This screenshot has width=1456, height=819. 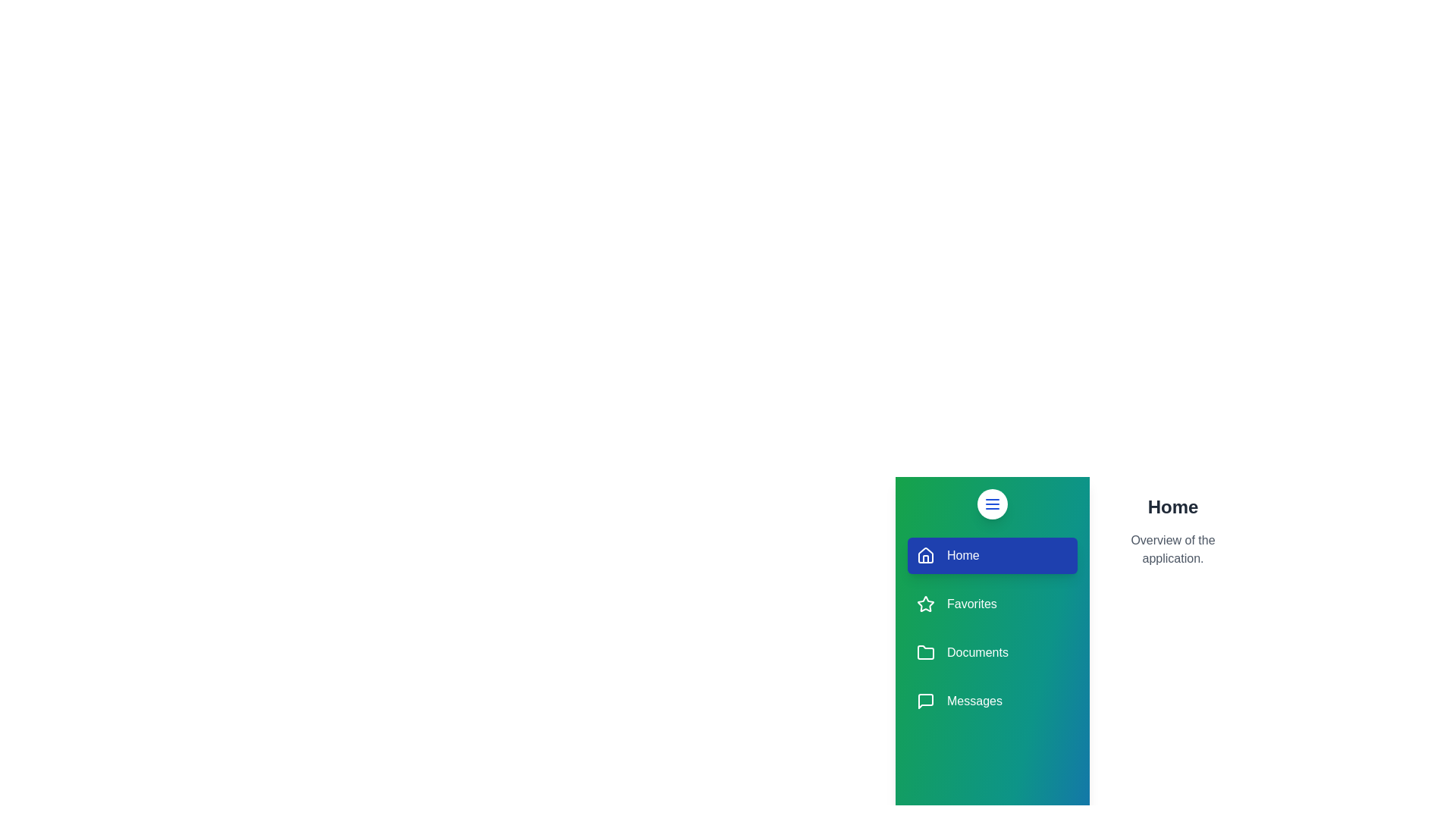 What do you see at coordinates (993, 651) in the screenshot?
I see `the Documents section in the drawer menu to highlight it` at bounding box center [993, 651].